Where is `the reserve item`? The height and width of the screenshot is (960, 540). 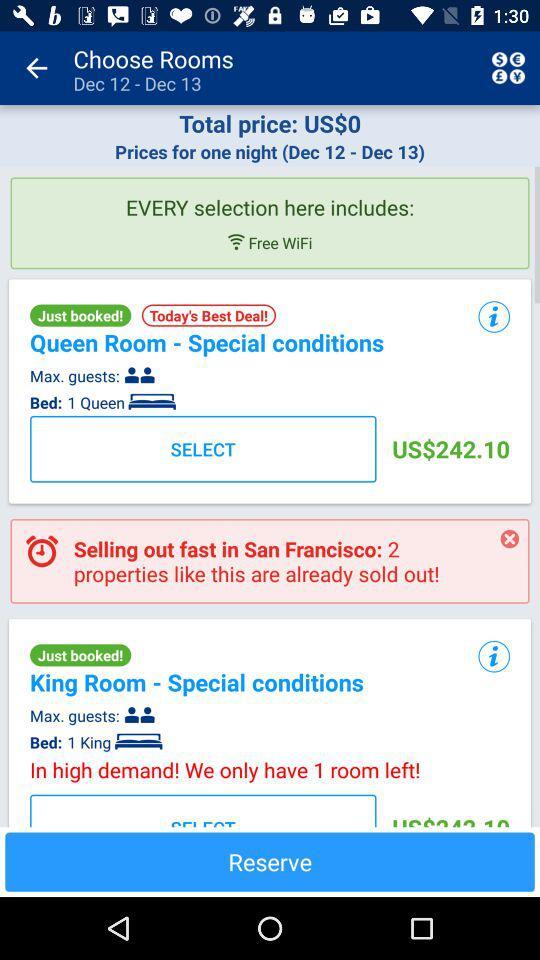 the reserve item is located at coordinates (270, 861).